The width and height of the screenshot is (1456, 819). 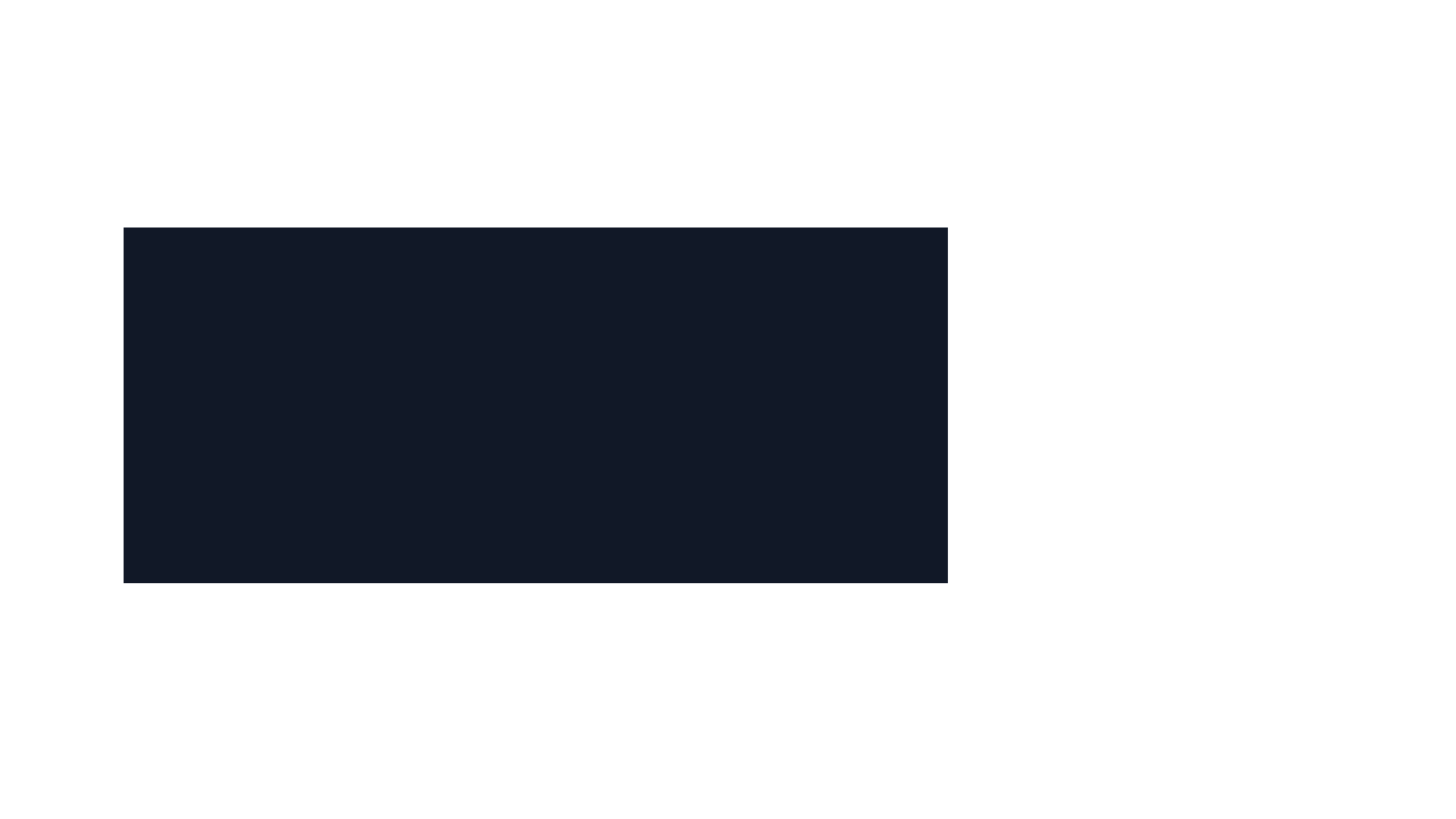 I want to click on the targeting icon located at the top of the card, which visually represents the concept of targeting or accuracy, so click(x=431, y=772).